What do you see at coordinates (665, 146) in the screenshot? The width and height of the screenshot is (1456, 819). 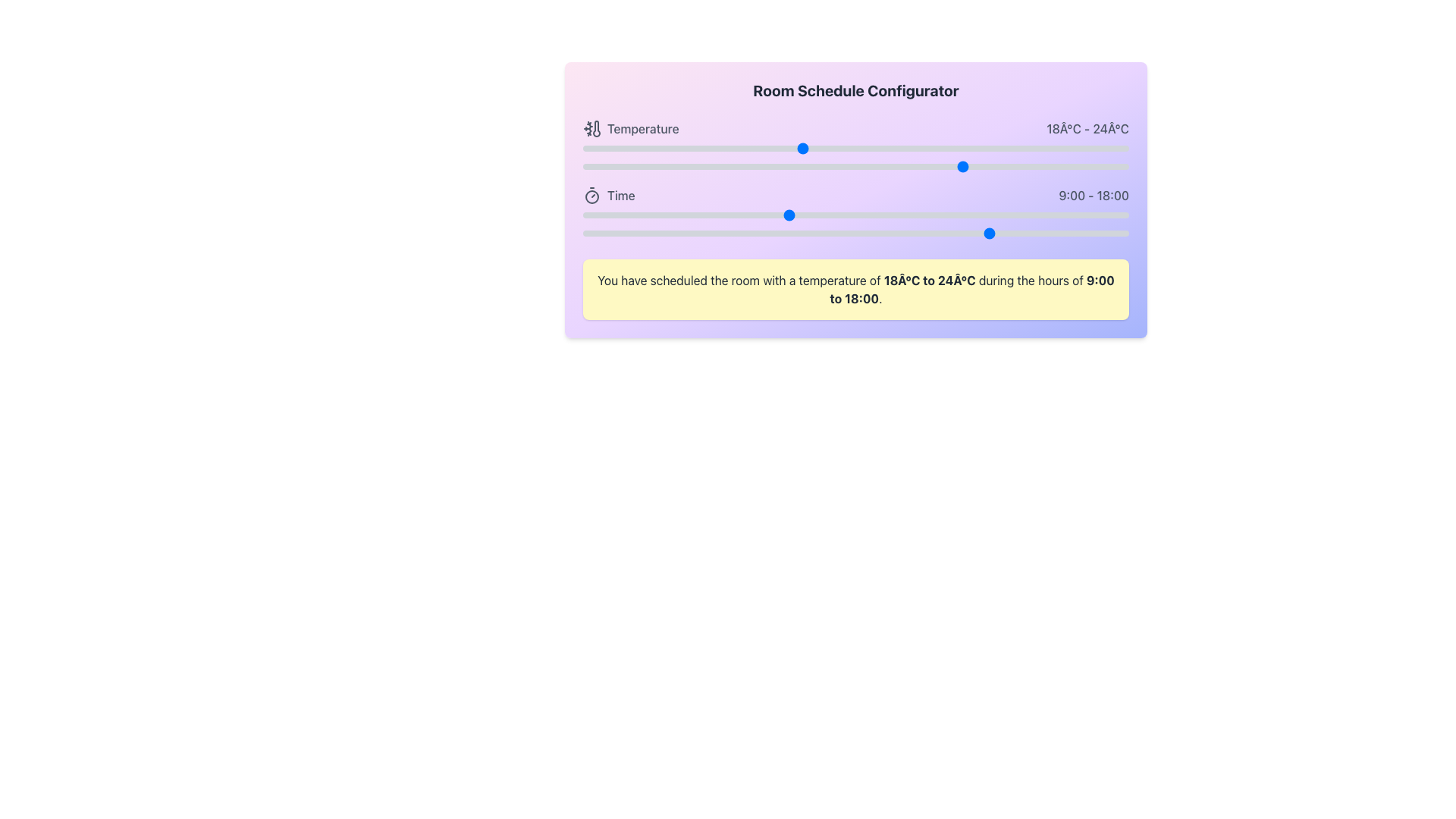 I see `the slider` at bounding box center [665, 146].